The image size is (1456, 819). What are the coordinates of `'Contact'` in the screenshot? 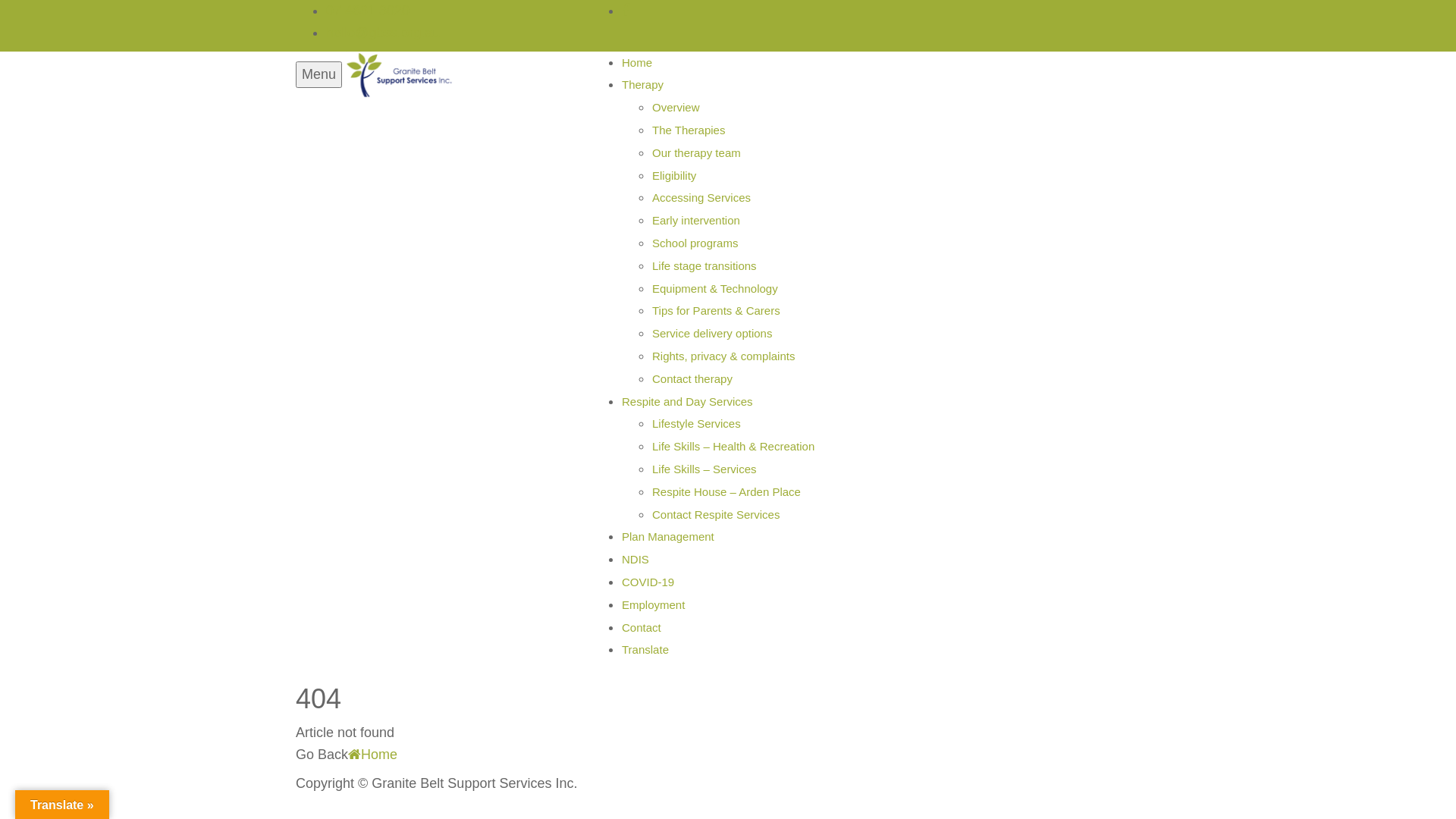 It's located at (641, 627).